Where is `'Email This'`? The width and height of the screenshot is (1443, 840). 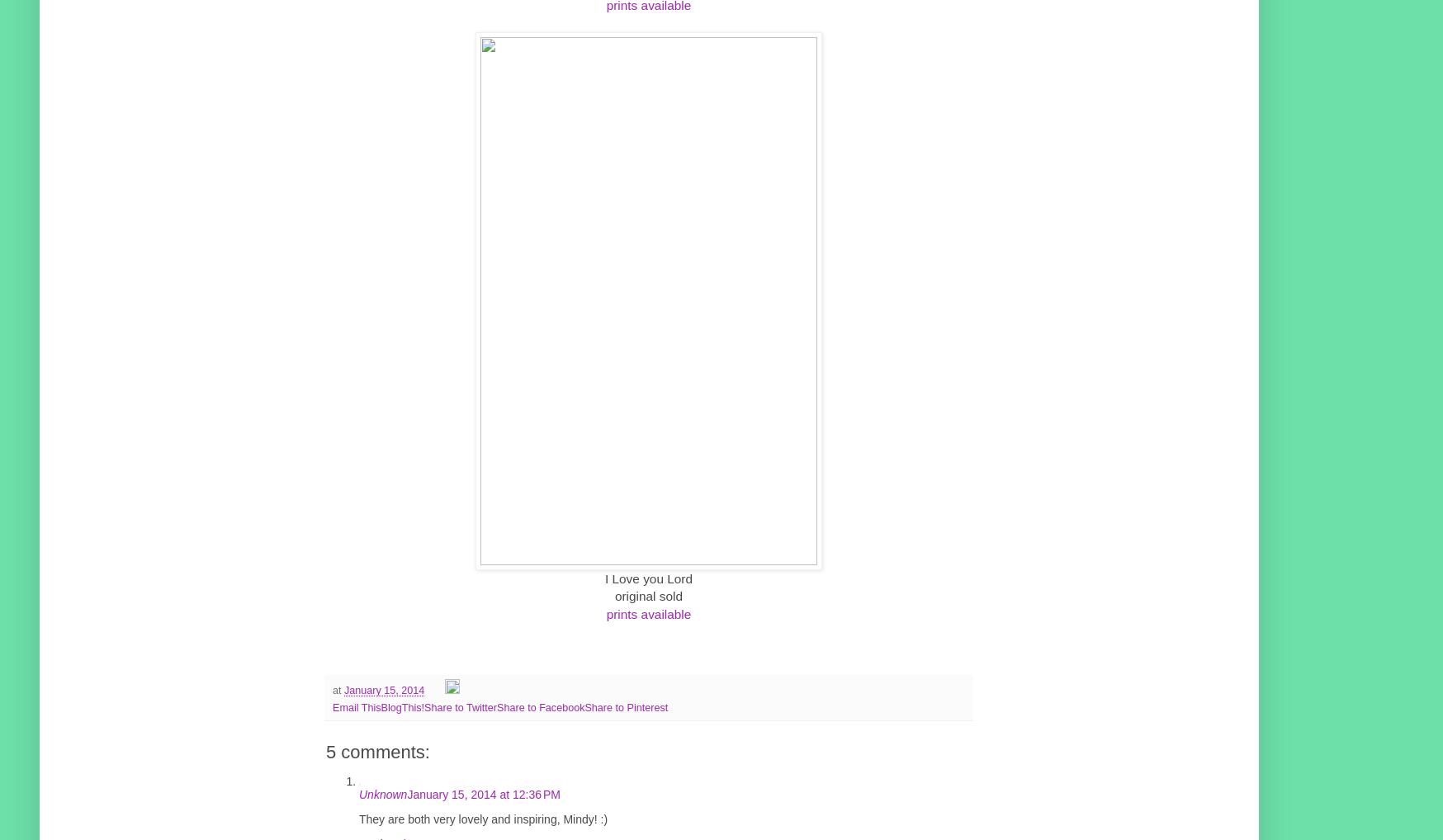
'Email This' is located at coordinates (356, 706).